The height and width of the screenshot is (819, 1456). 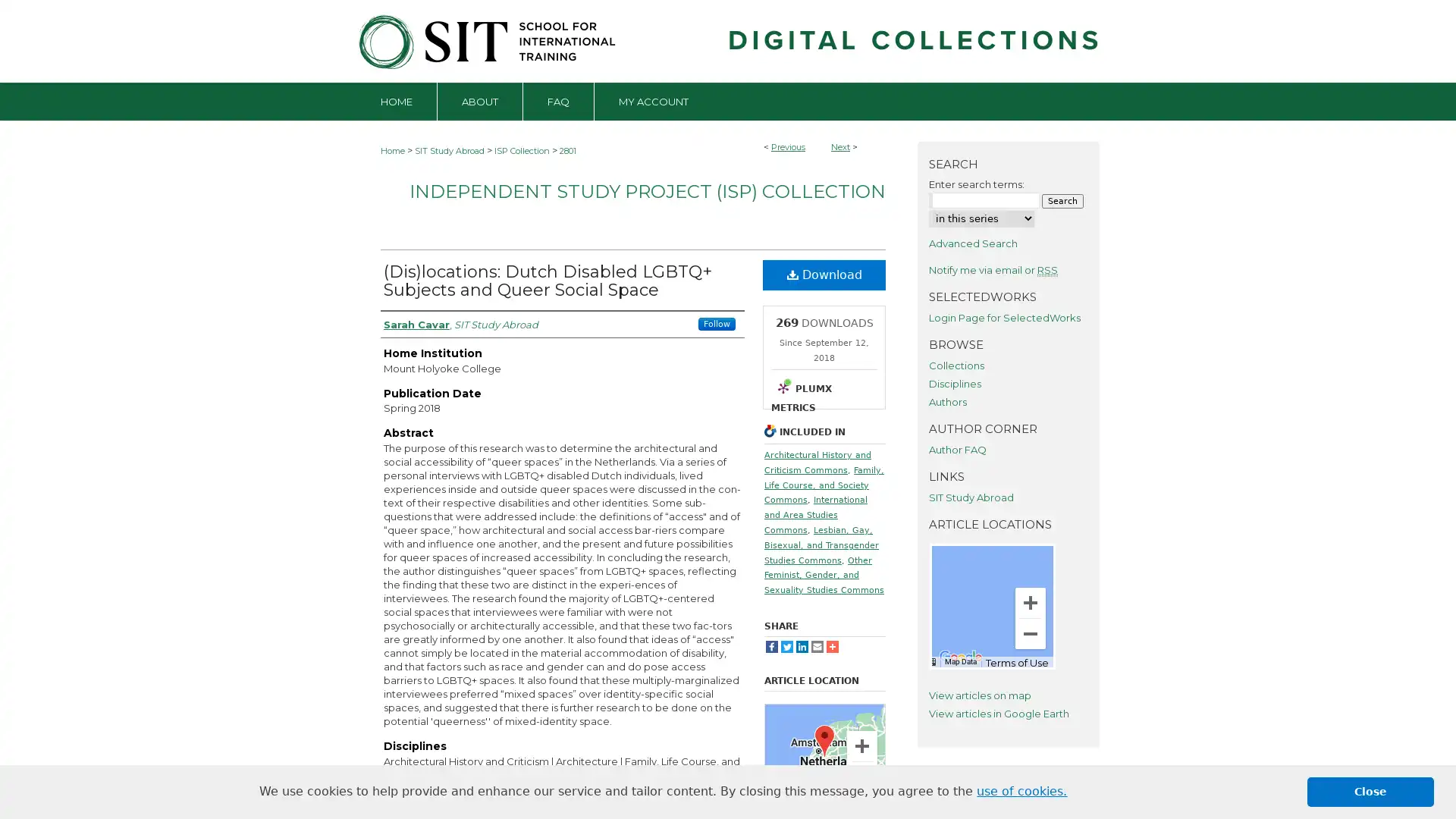 I want to click on Keyboard shortcuts, so click(x=781, y=804).